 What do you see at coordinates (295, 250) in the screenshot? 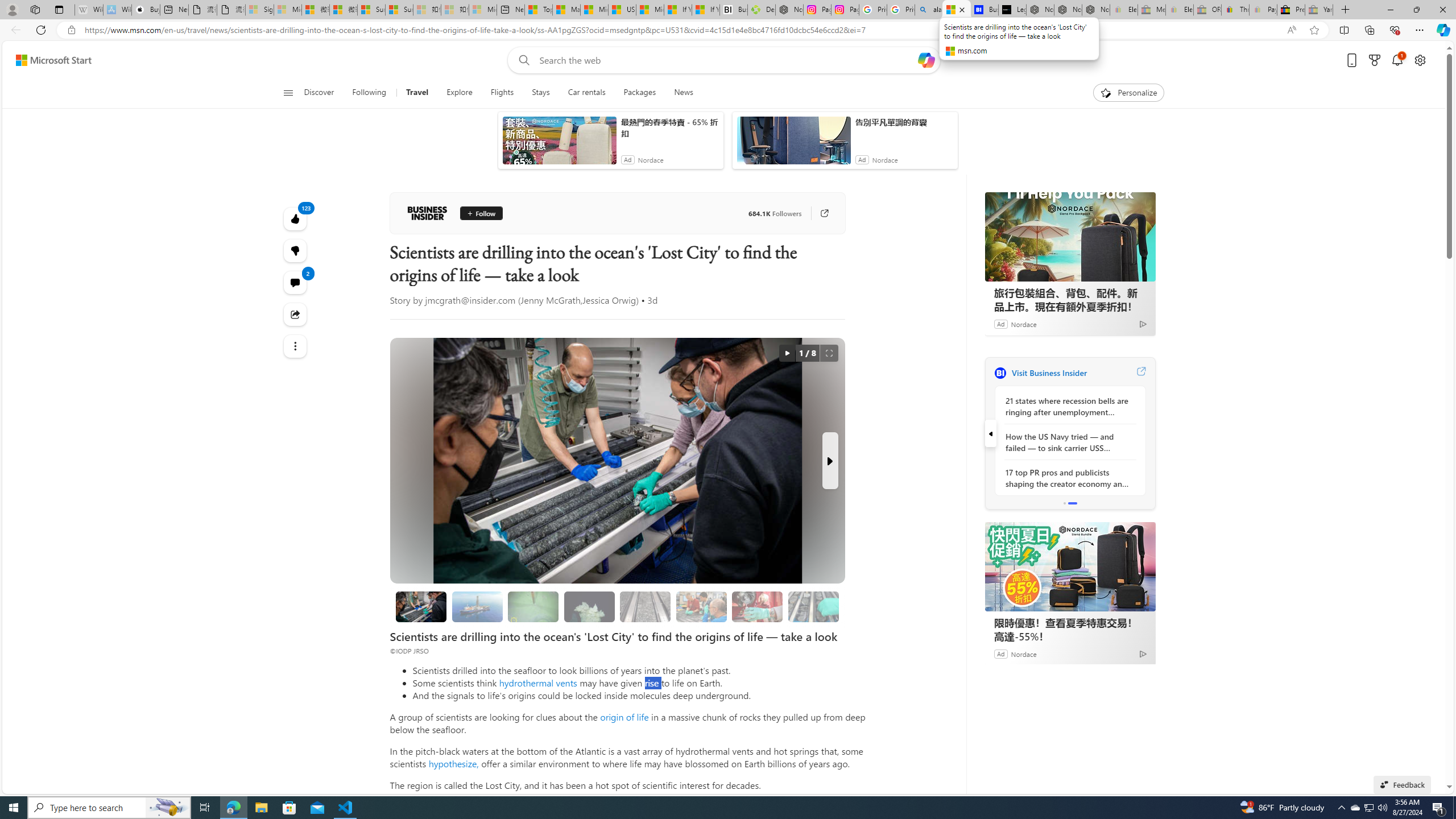
I see `'123'` at bounding box center [295, 250].